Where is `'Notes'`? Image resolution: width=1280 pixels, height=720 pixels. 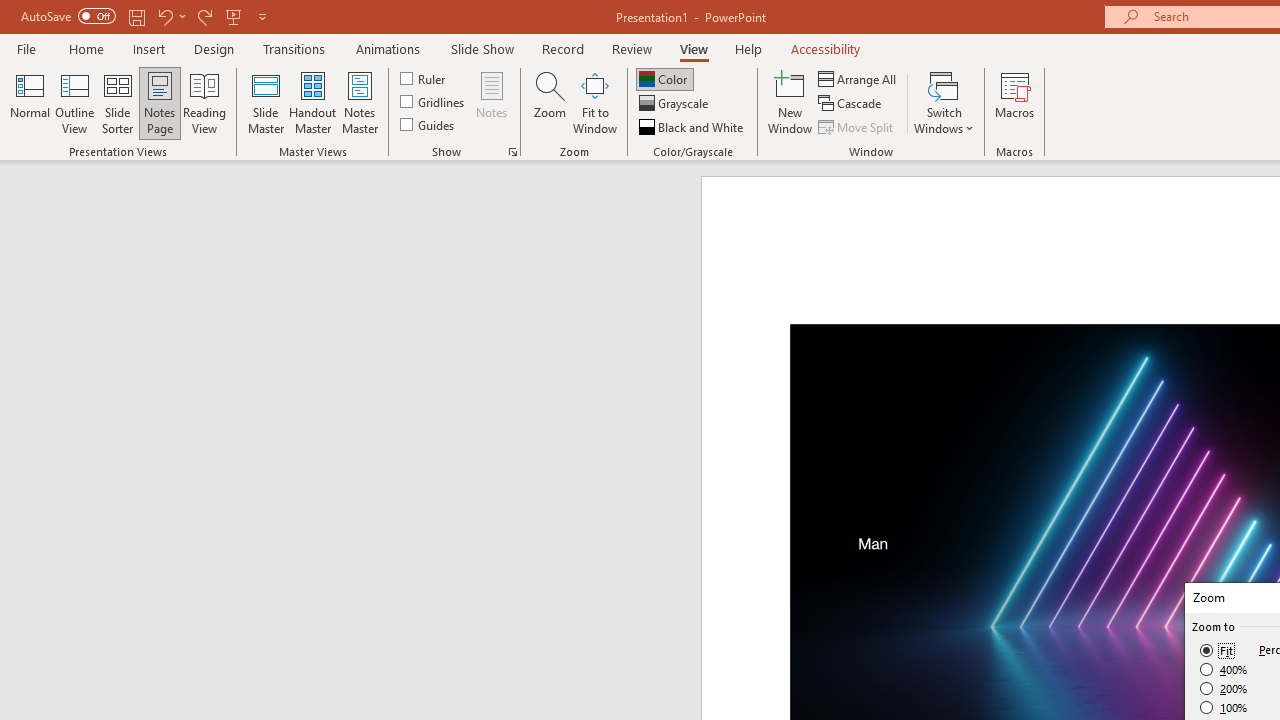 'Notes' is located at coordinates (492, 103).